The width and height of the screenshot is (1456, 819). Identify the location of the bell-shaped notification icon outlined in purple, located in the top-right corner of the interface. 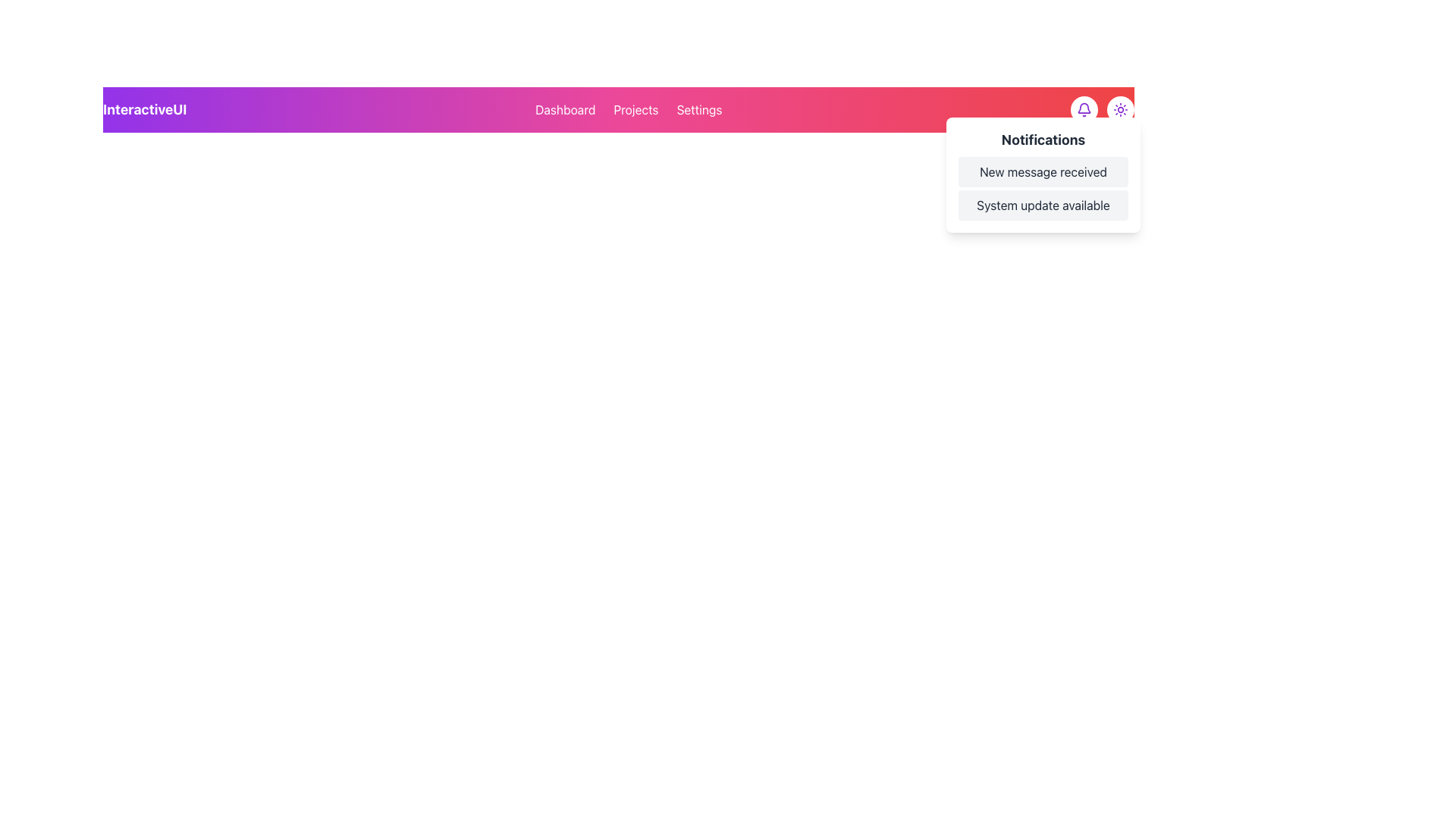
(1084, 109).